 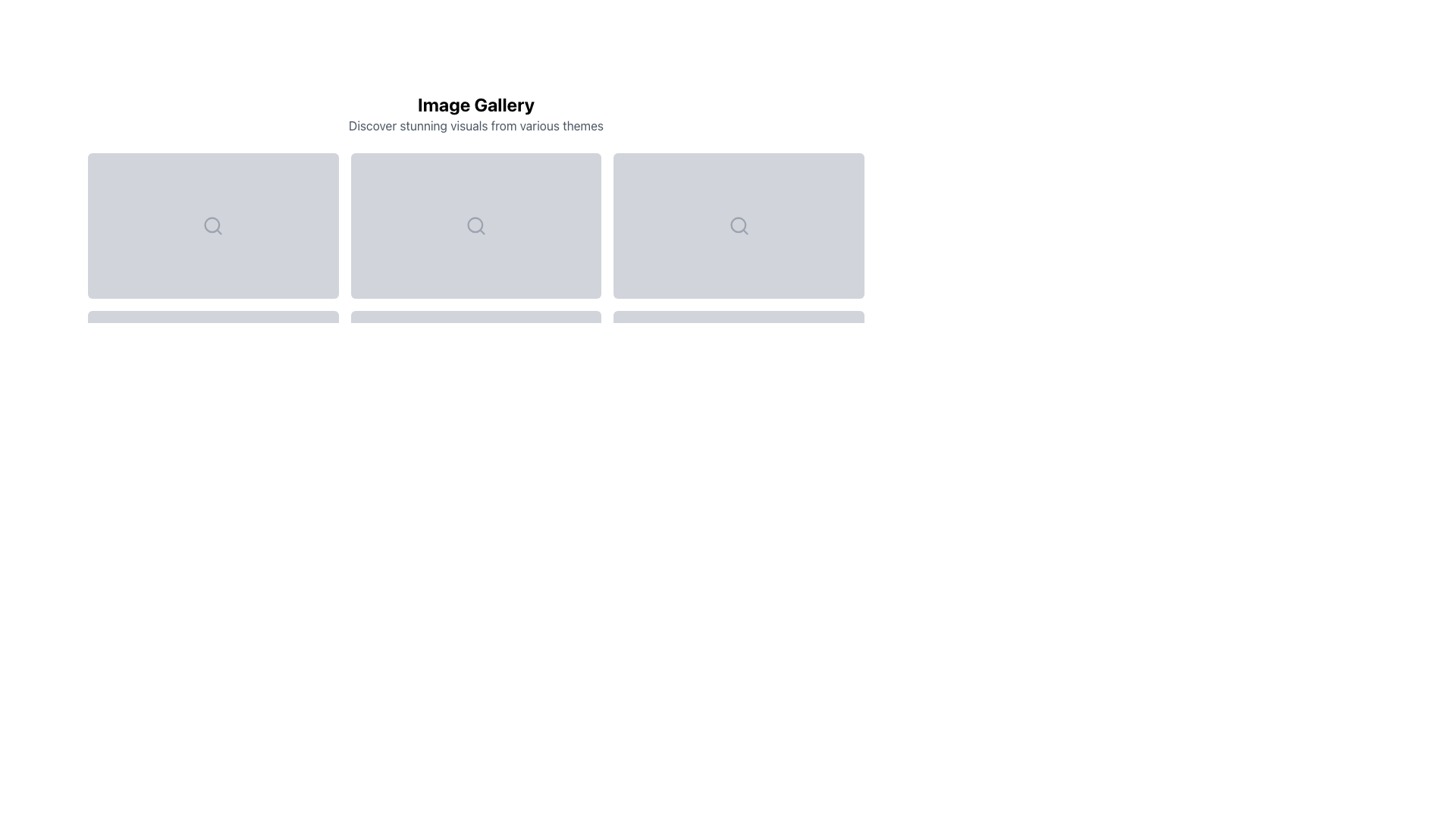 What do you see at coordinates (738, 224) in the screenshot?
I see `the light gray circular SVG element representing a lens-like feature, located inside the second interactive card in a row of similar cards` at bounding box center [738, 224].